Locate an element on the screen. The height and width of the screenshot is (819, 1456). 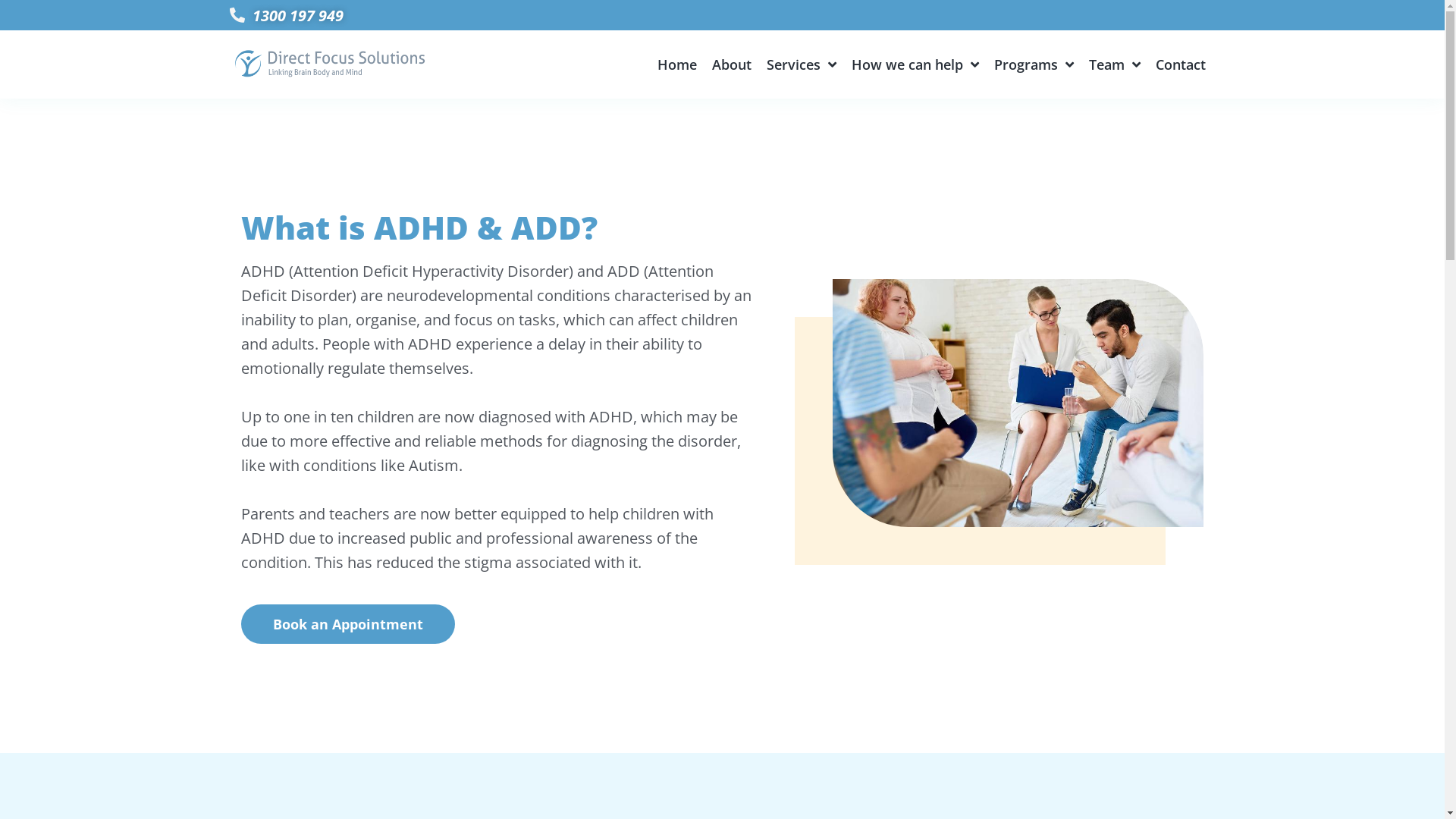
'Book an Appointment' is located at coordinates (347, 623).